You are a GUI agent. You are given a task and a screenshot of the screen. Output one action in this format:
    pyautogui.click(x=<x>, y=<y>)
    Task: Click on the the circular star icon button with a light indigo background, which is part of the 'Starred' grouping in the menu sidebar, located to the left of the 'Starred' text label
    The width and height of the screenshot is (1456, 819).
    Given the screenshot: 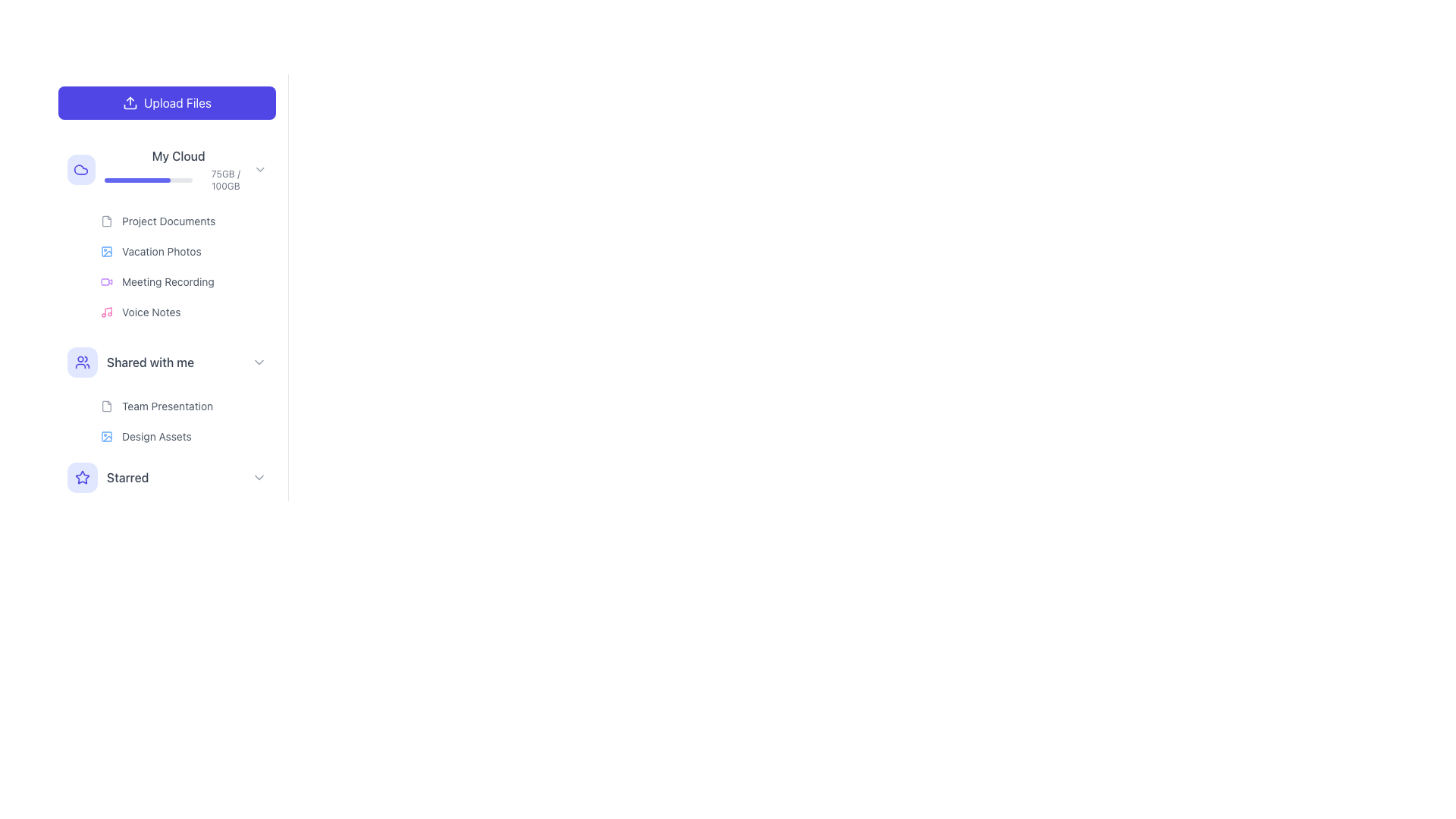 What is the action you would take?
    pyautogui.click(x=82, y=476)
    